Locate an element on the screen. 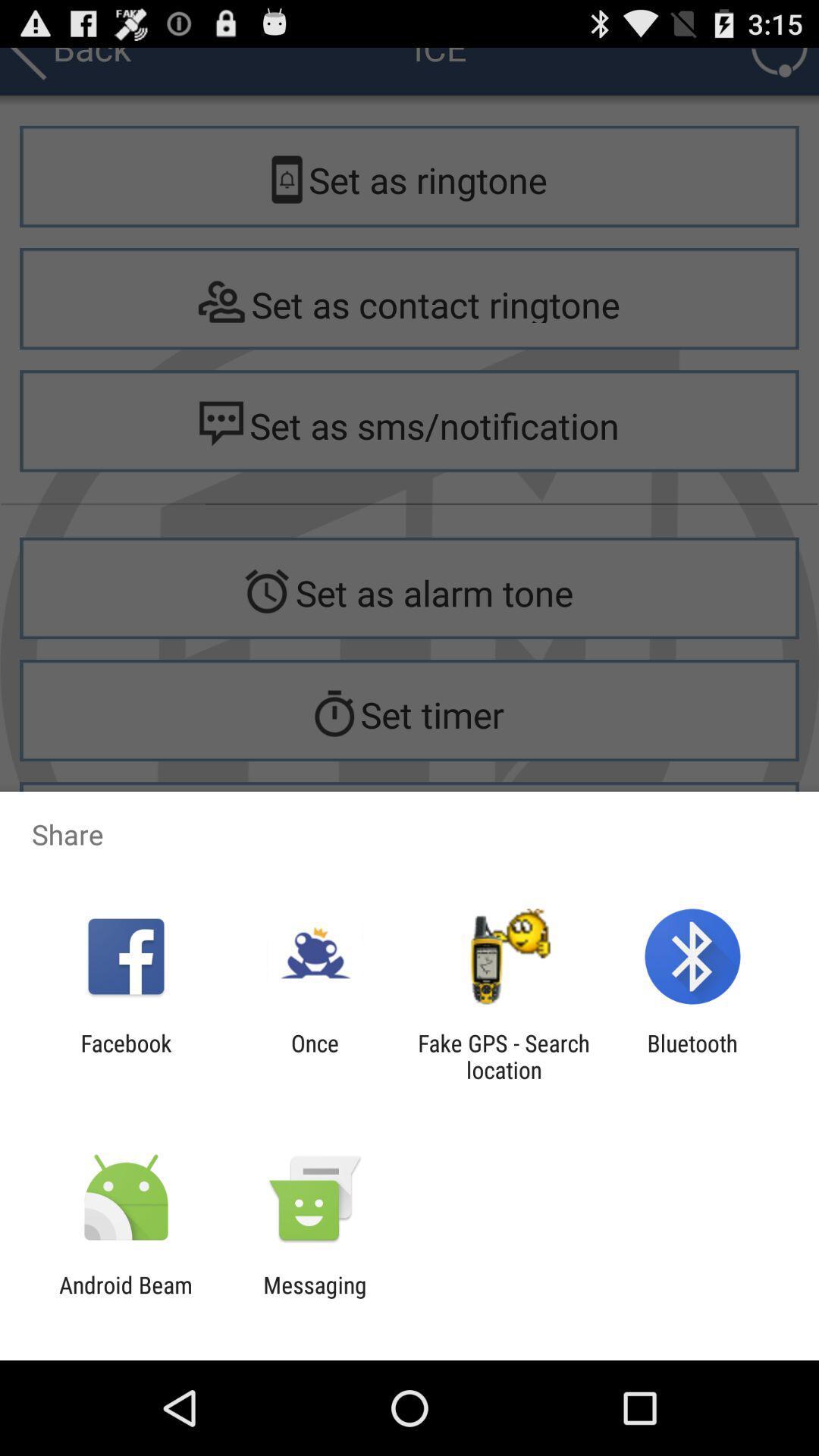  the app next to the messaging item is located at coordinates (125, 1298).